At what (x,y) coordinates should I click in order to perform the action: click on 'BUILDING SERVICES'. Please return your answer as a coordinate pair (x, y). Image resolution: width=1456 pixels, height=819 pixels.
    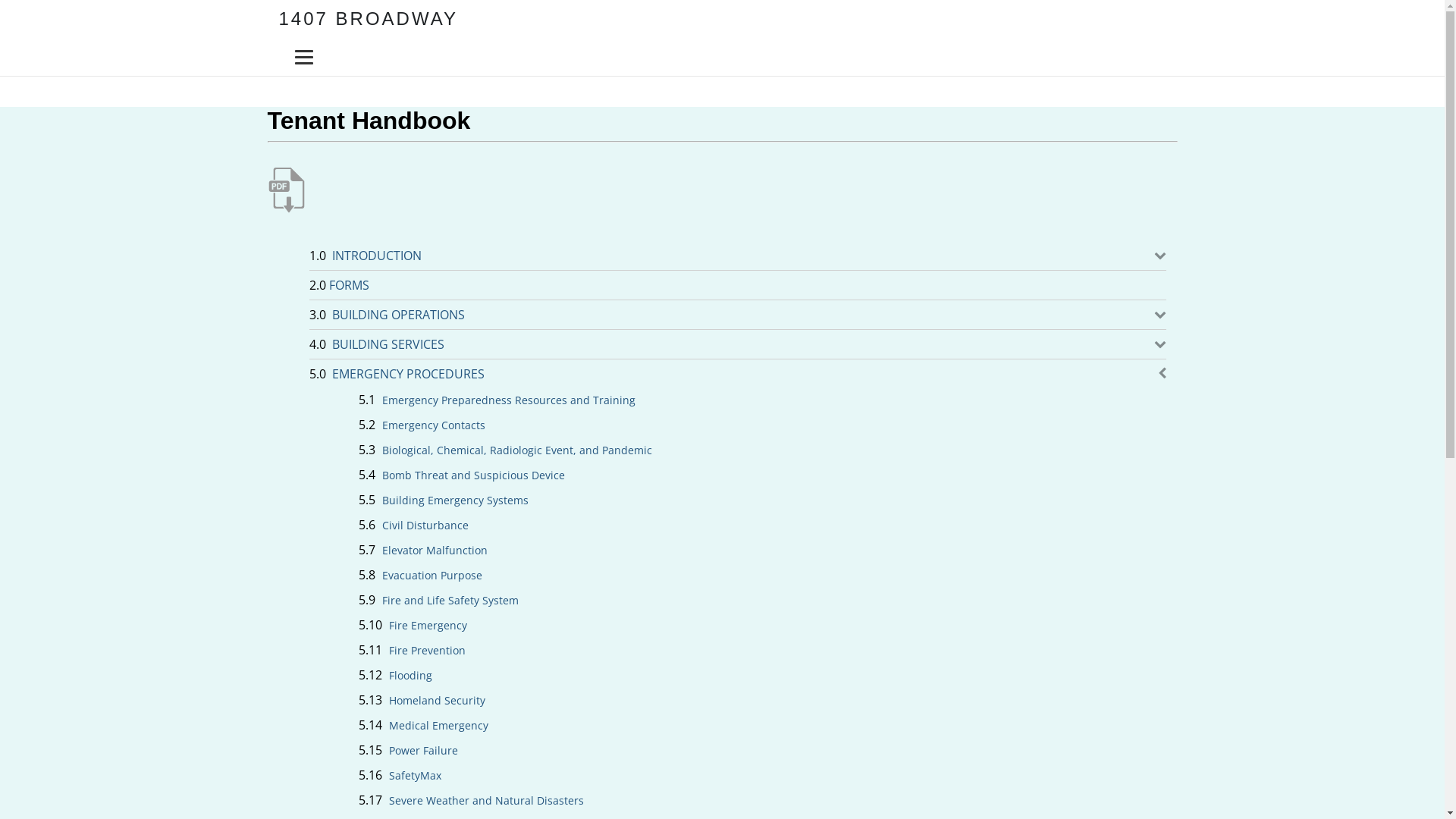
    Looking at the image, I should click on (392, 344).